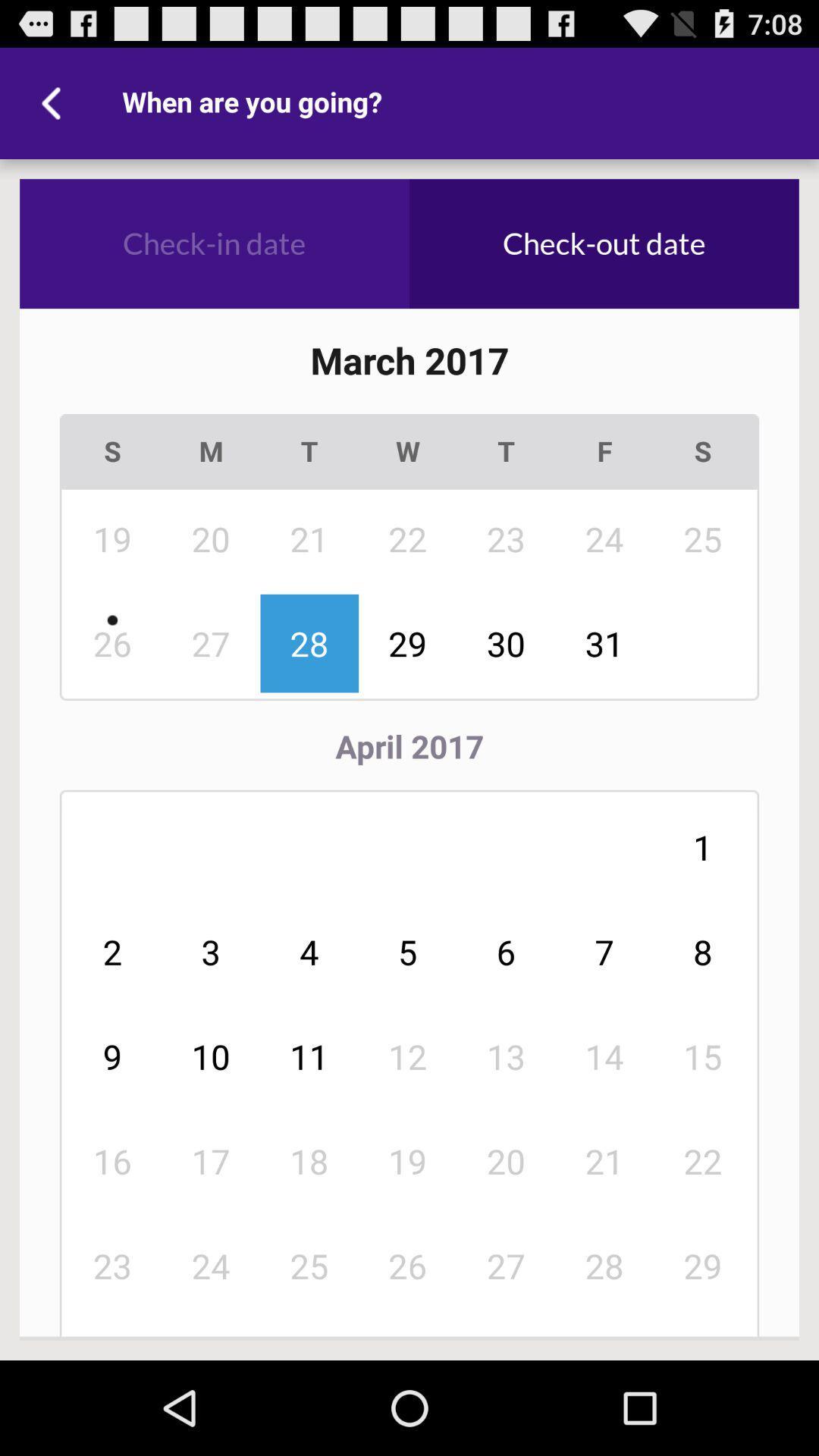 Image resolution: width=819 pixels, height=1456 pixels. Describe the element at coordinates (506, 1056) in the screenshot. I see `the item below the 5` at that location.